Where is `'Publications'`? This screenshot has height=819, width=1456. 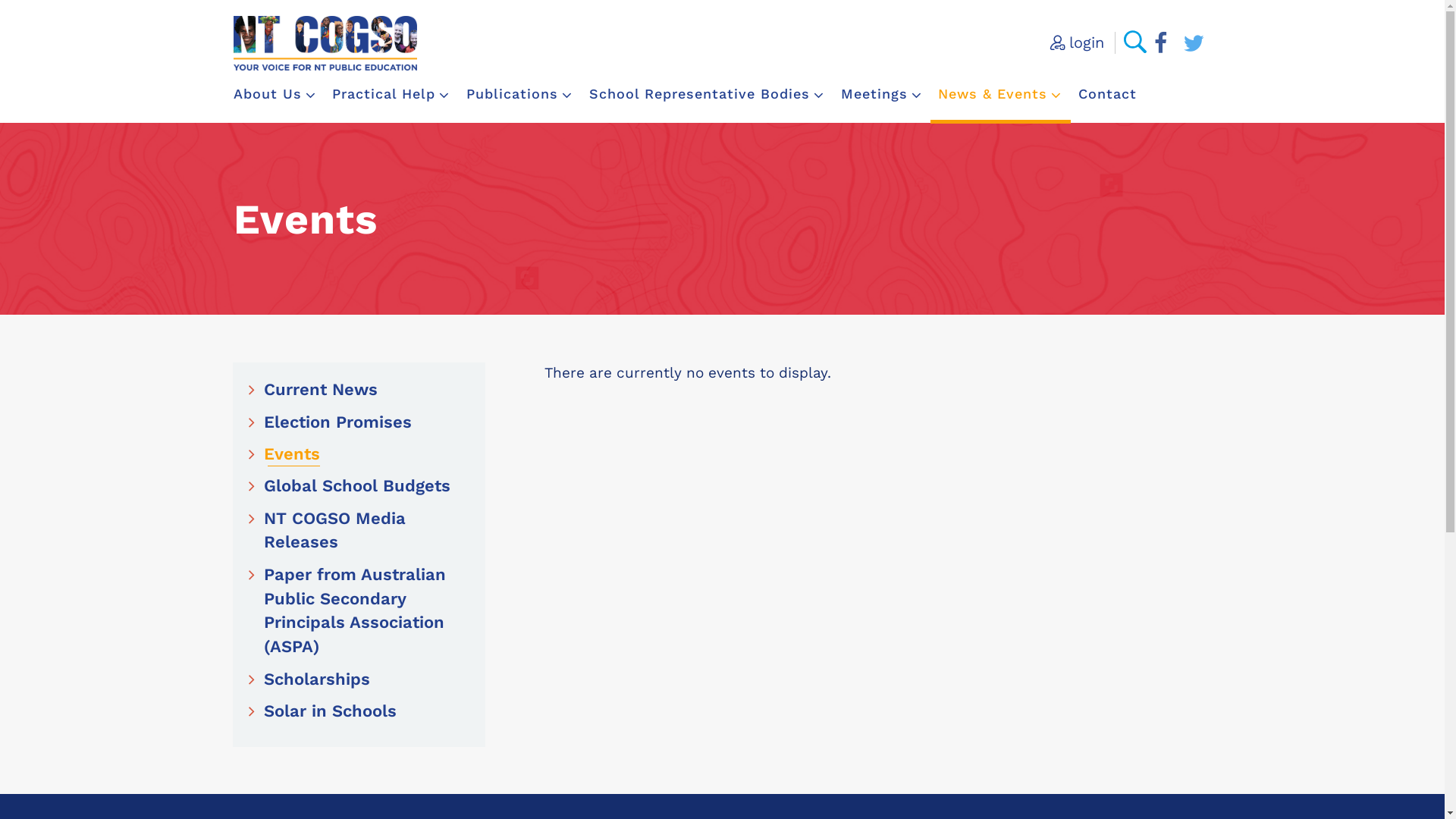
'Publications' is located at coordinates (519, 93).